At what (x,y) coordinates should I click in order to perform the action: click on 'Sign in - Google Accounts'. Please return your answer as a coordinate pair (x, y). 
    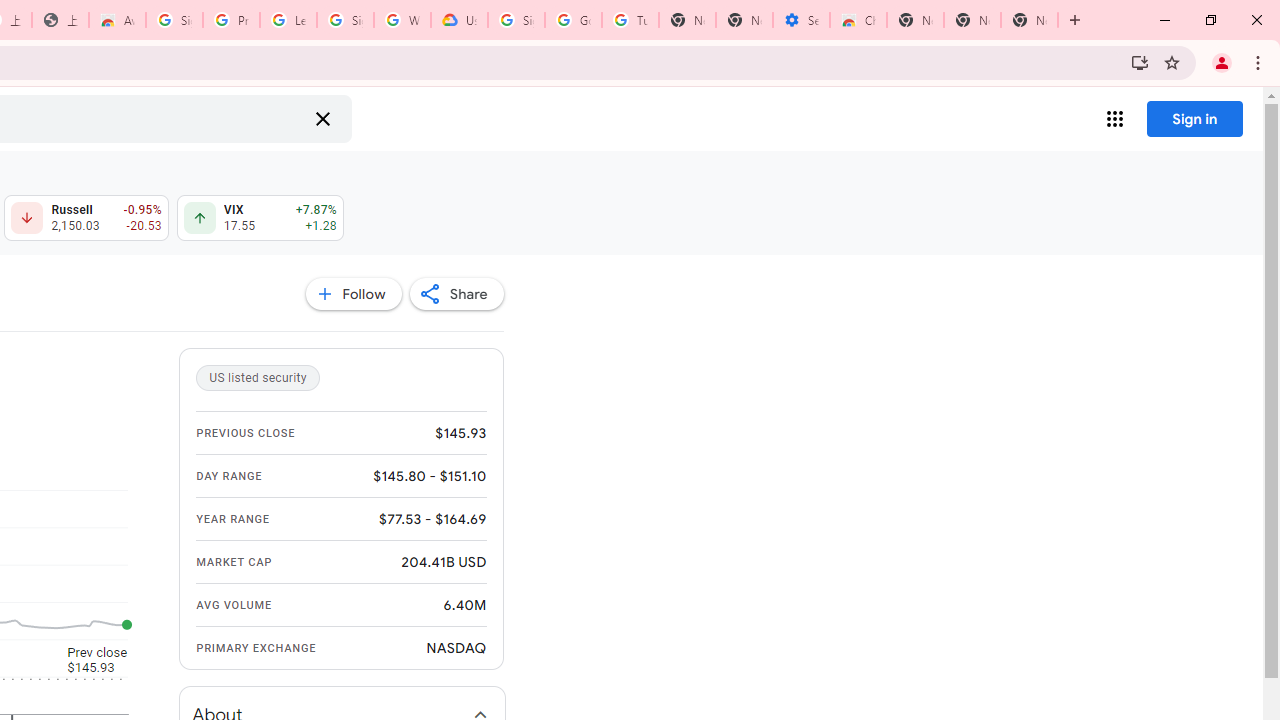
    Looking at the image, I should click on (174, 20).